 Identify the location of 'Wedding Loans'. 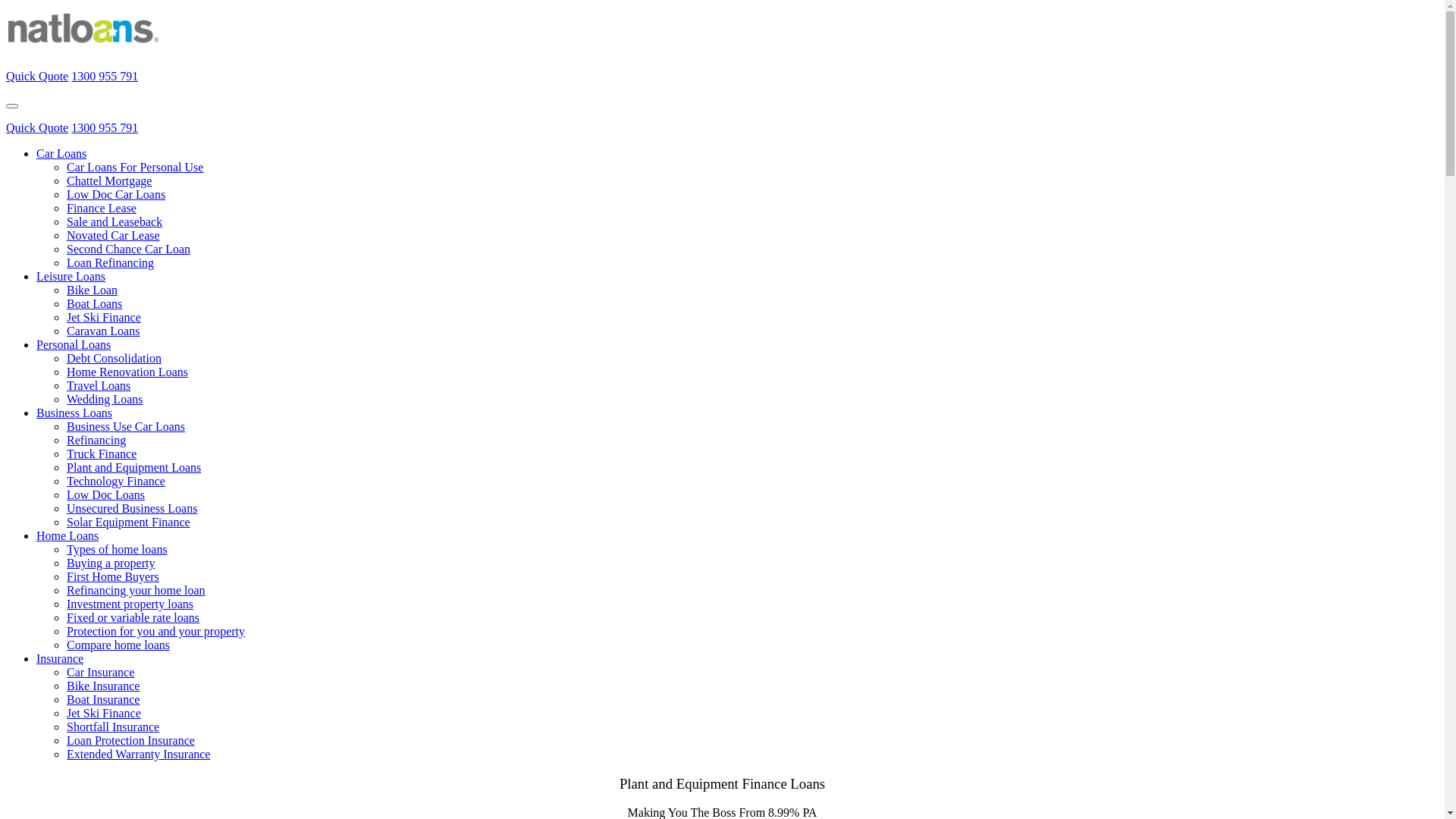
(65, 398).